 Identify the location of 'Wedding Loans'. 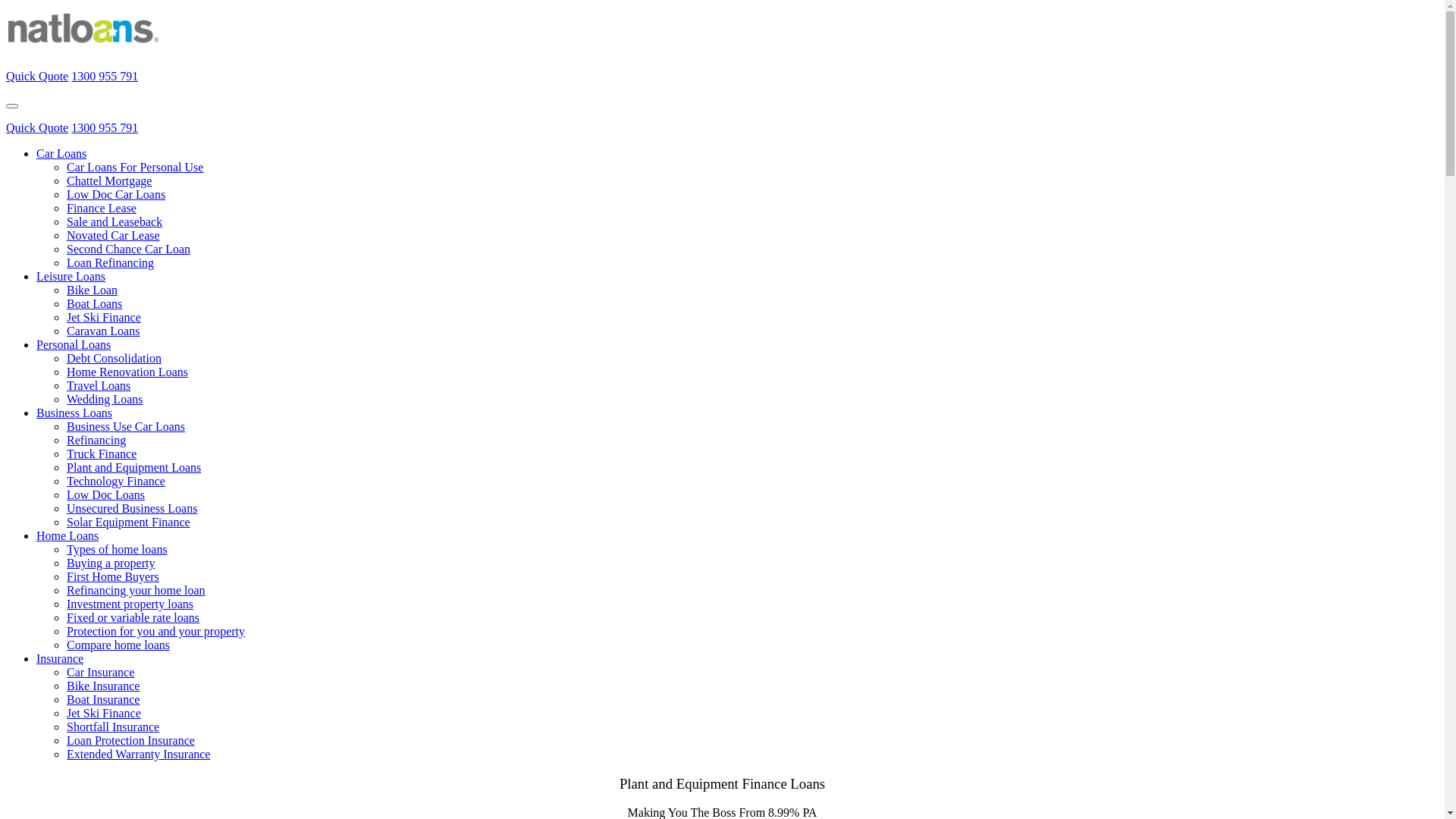
(65, 398).